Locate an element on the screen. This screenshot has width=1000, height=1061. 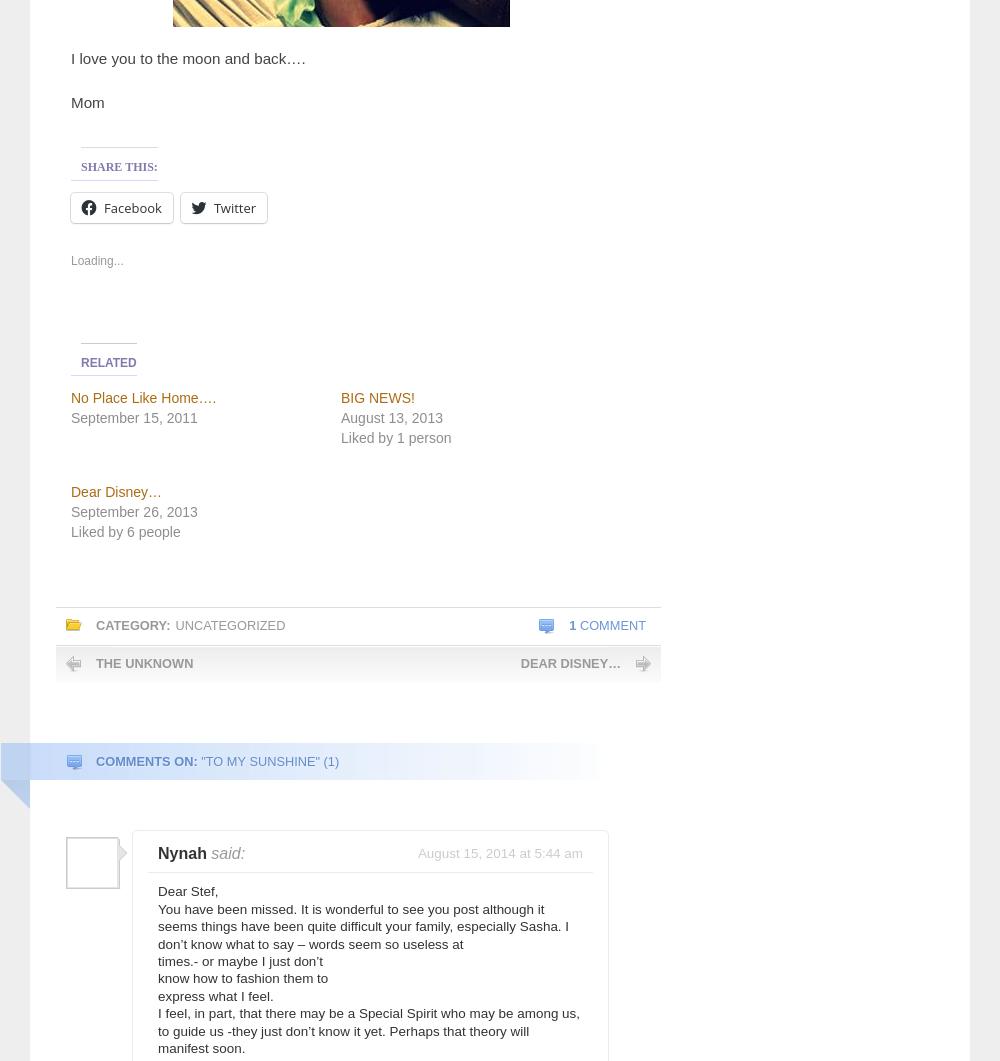
'The Unknown' is located at coordinates (144, 661).